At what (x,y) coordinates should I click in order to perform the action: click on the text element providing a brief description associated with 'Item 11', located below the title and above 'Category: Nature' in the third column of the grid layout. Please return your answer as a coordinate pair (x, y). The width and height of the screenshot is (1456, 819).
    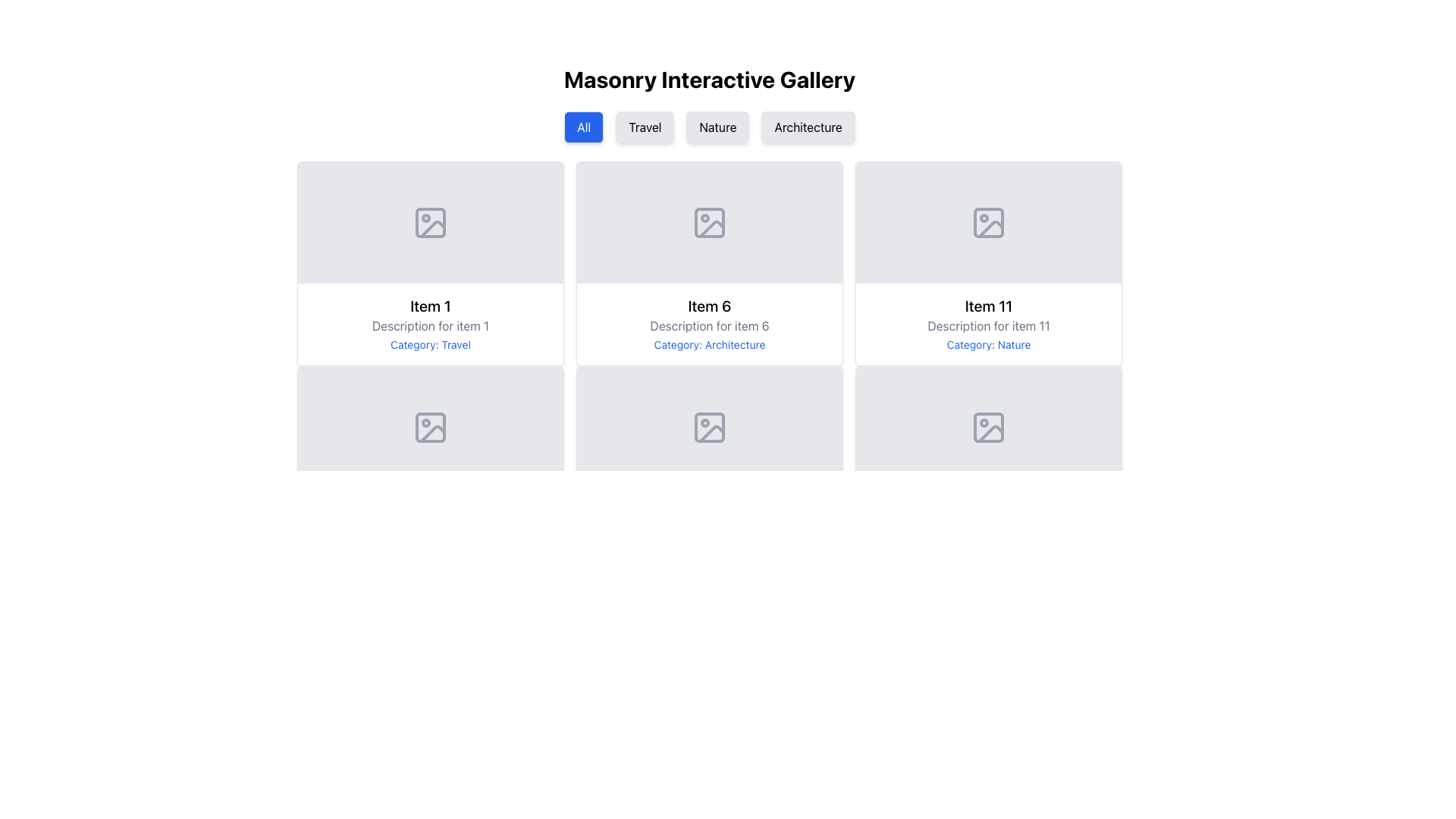
    Looking at the image, I should click on (989, 325).